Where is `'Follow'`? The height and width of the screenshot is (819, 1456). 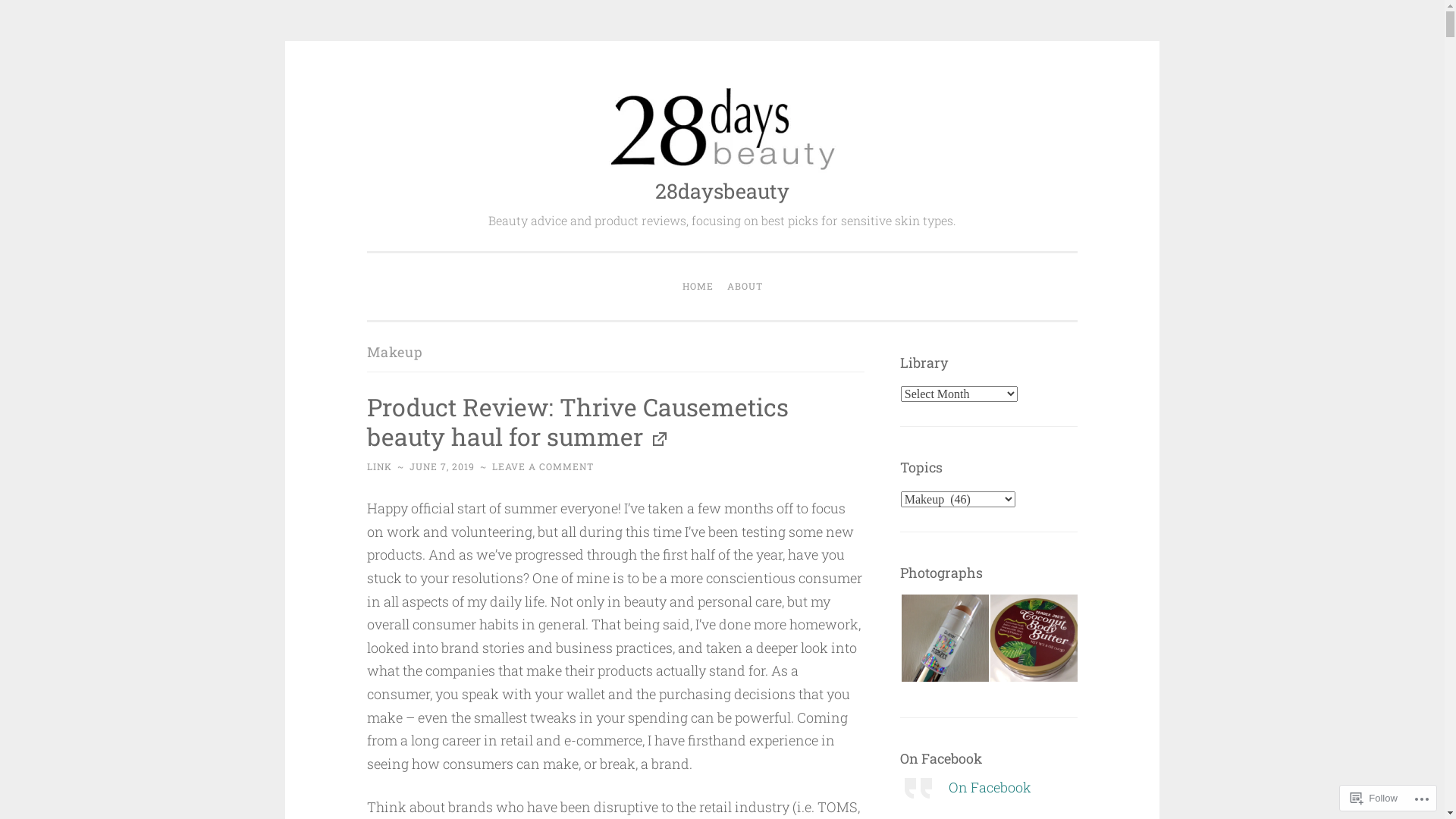
'Follow' is located at coordinates (1374, 797).